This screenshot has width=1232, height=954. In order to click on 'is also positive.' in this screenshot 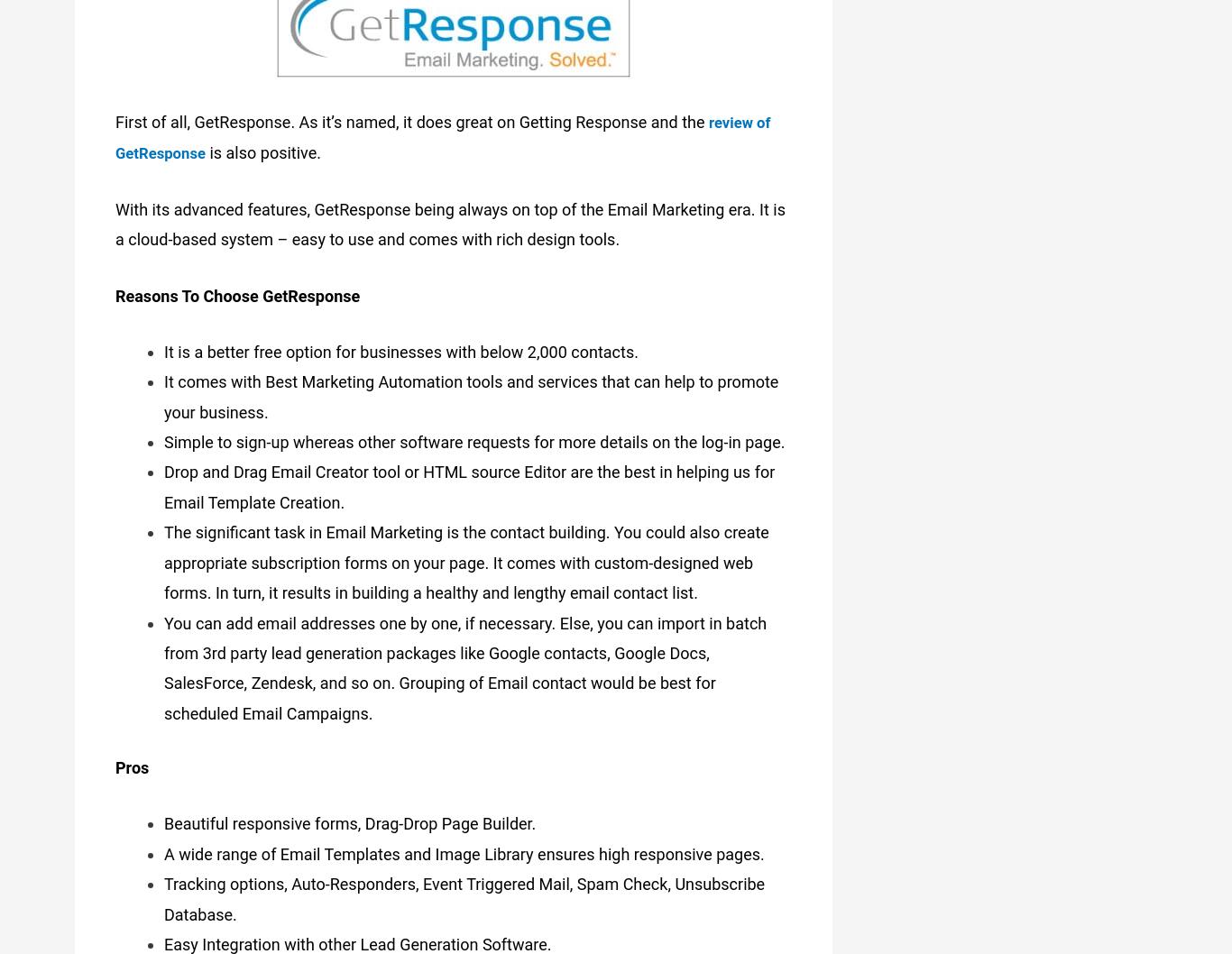, I will do `click(271, 149)`.